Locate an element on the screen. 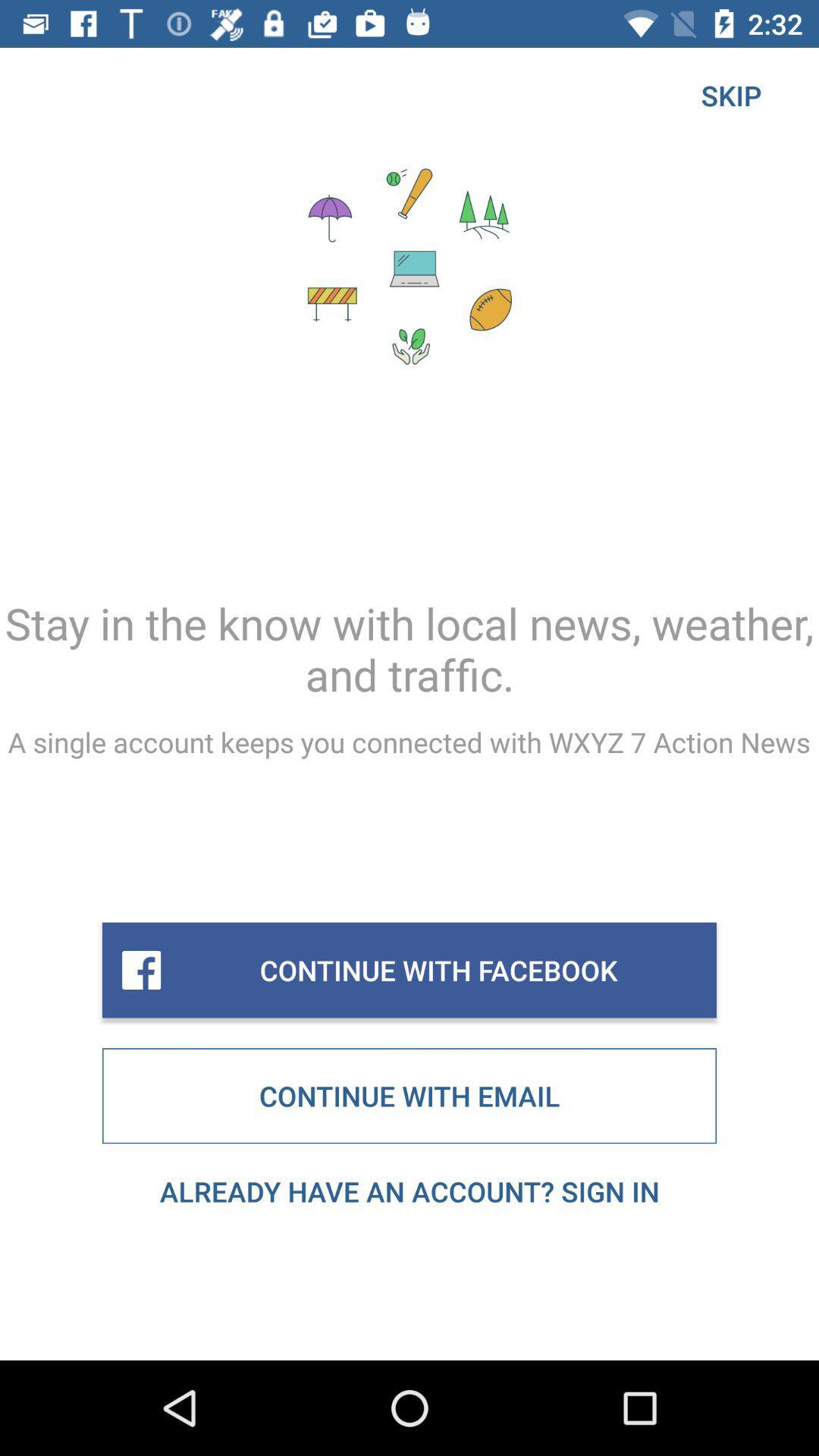 Image resolution: width=819 pixels, height=1456 pixels. the already have an item is located at coordinates (409, 1191).